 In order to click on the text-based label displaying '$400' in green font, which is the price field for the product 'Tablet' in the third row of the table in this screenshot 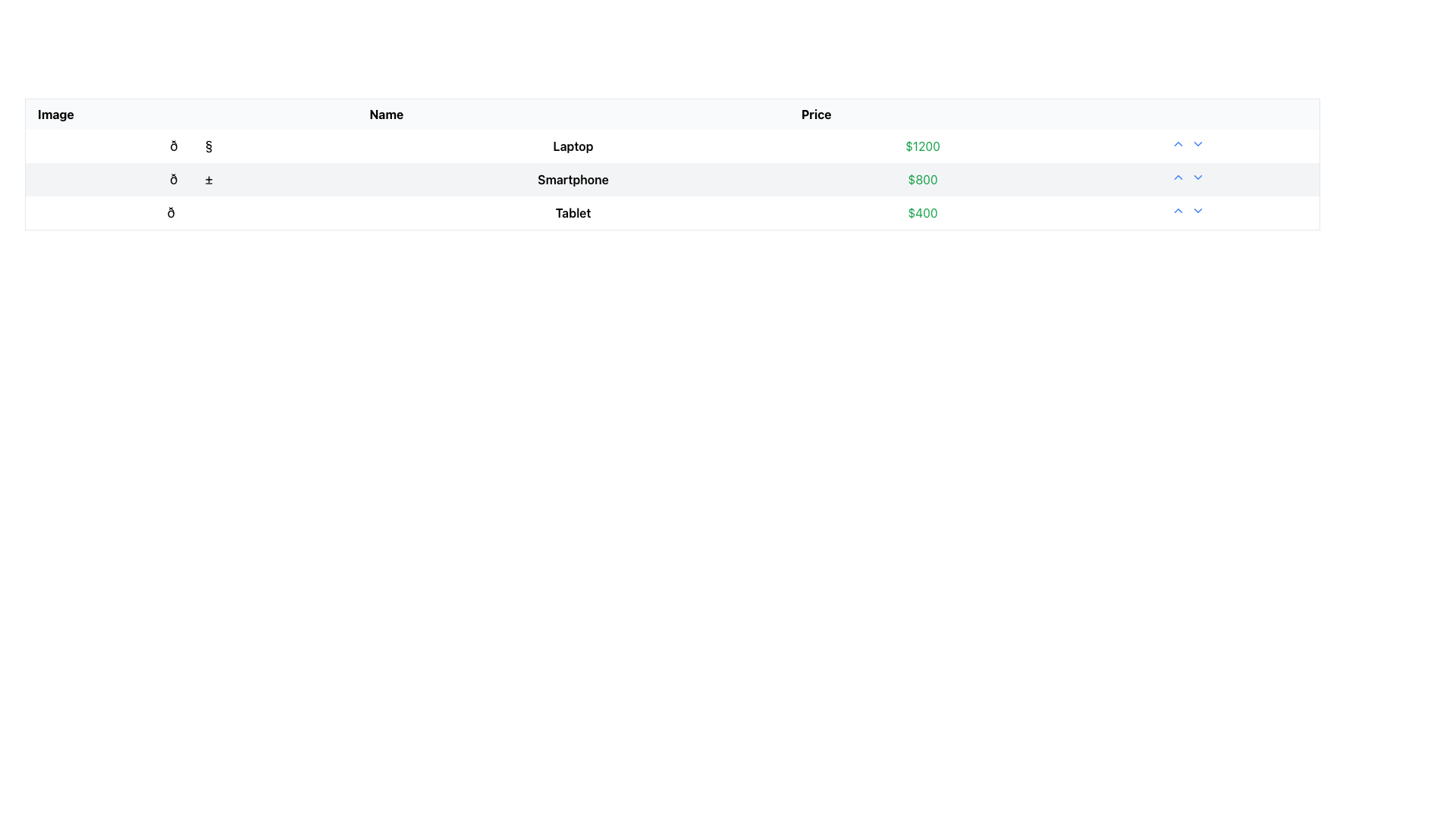, I will do `click(922, 213)`.